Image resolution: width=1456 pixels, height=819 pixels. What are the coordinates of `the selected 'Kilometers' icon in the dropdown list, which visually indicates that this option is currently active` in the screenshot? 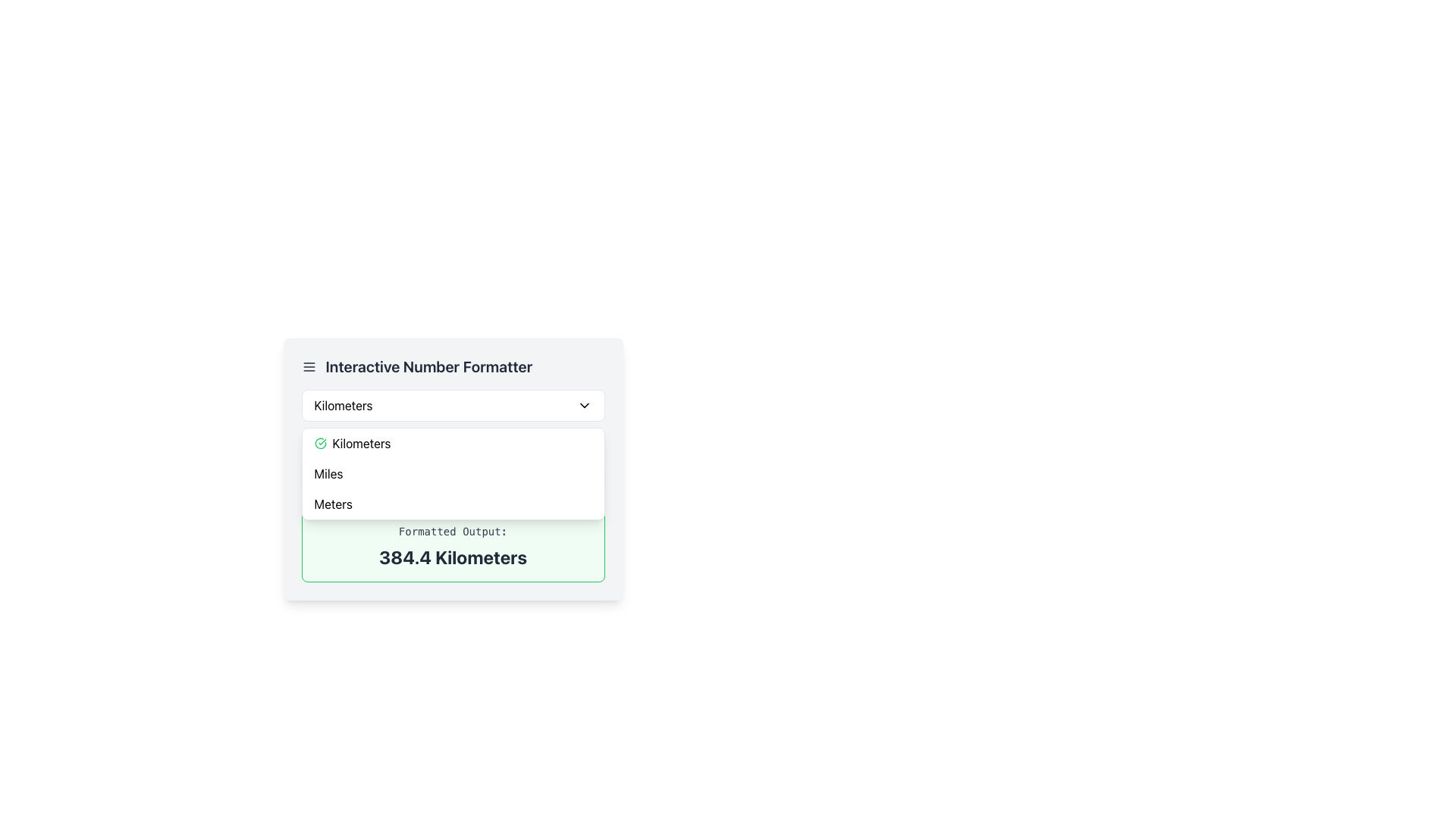 It's located at (319, 444).